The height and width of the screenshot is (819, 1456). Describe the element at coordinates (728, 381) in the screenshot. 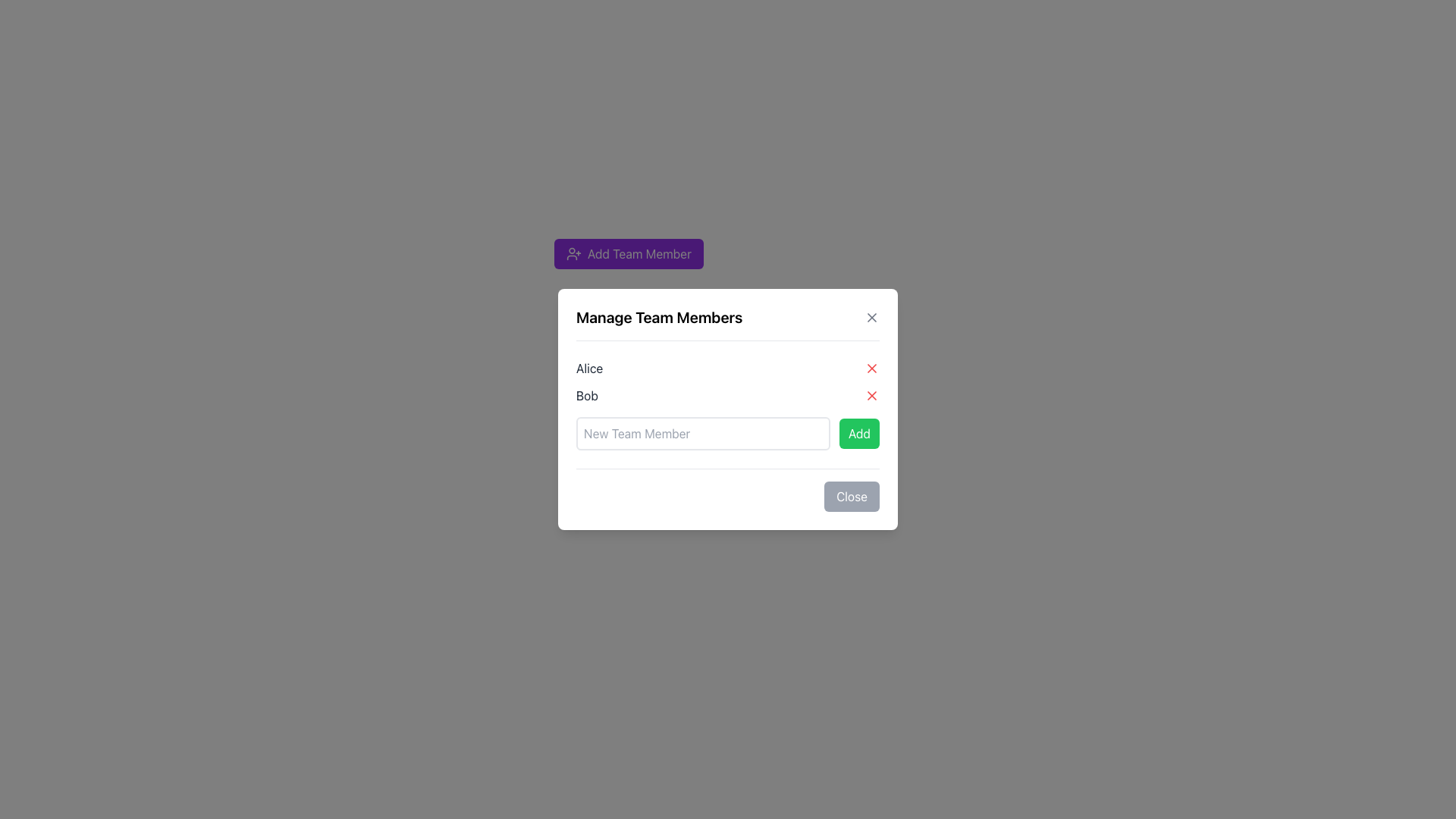

I see `names 'Alice' and 'Bob' from the display list in the modal window titled 'Manage Team Members'` at that location.